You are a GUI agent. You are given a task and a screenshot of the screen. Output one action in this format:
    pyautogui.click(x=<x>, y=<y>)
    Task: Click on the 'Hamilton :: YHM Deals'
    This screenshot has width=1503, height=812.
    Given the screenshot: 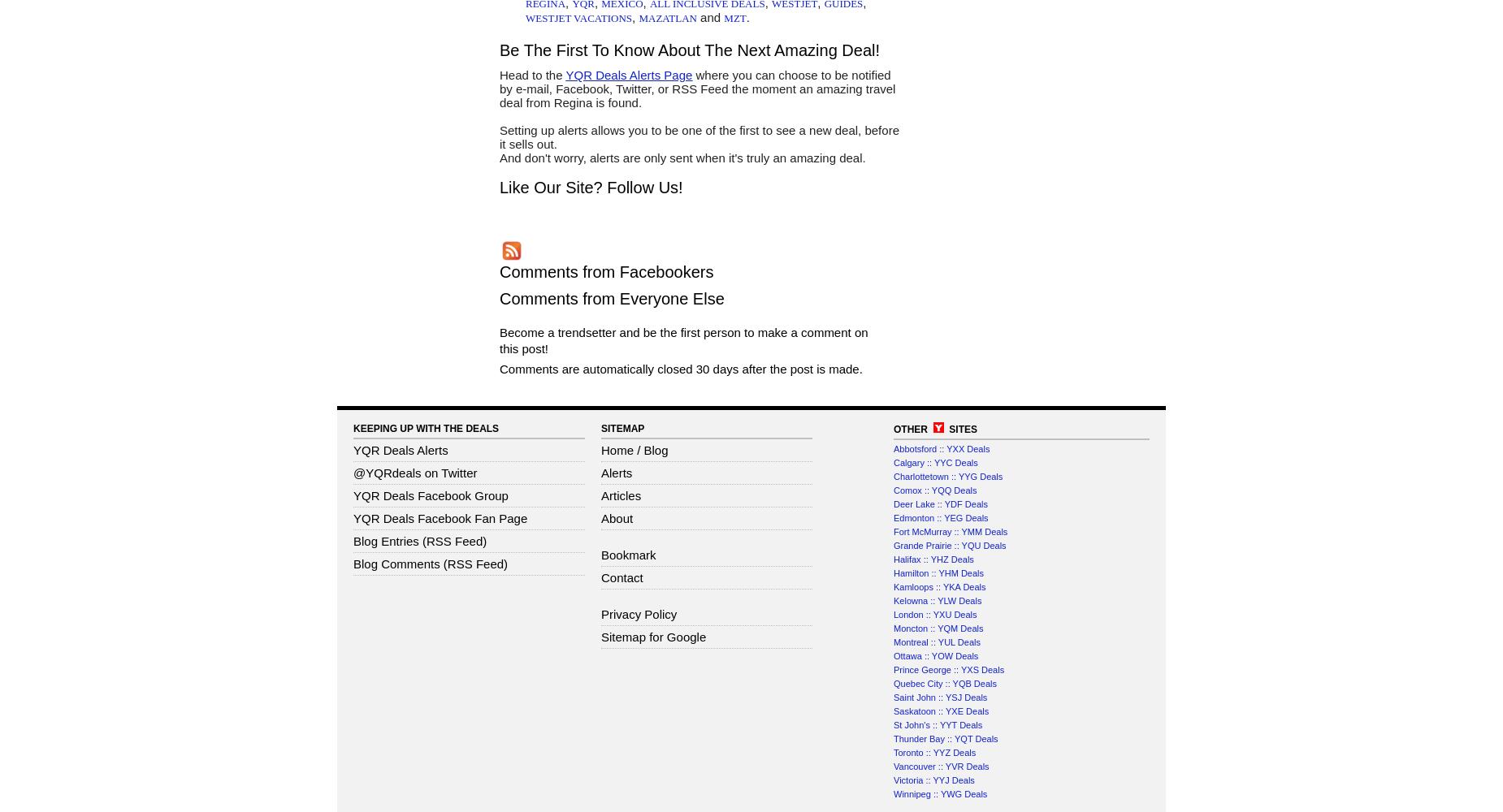 What is the action you would take?
    pyautogui.click(x=938, y=572)
    